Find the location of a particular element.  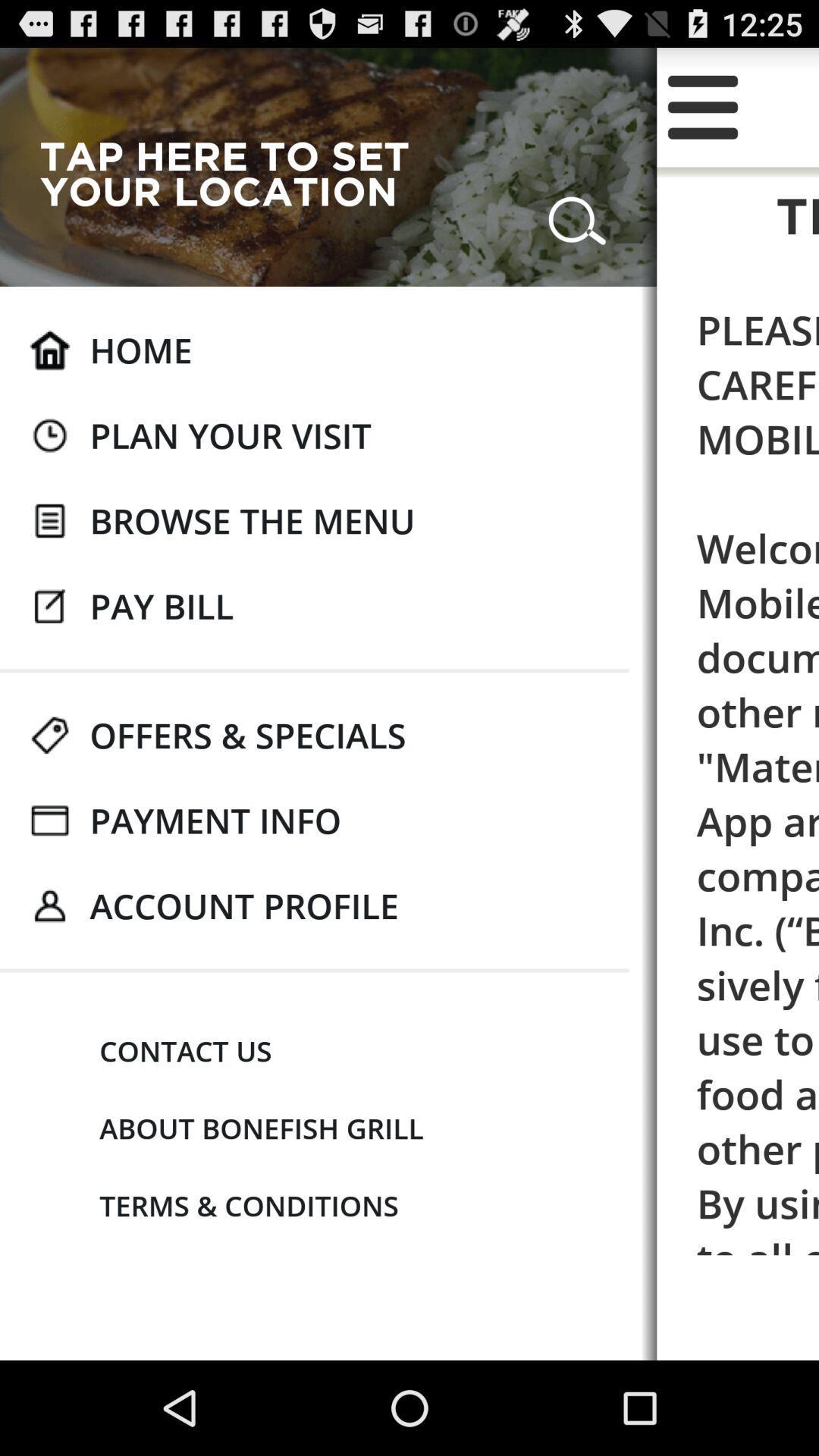

icon above the account profile is located at coordinates (215, 820).